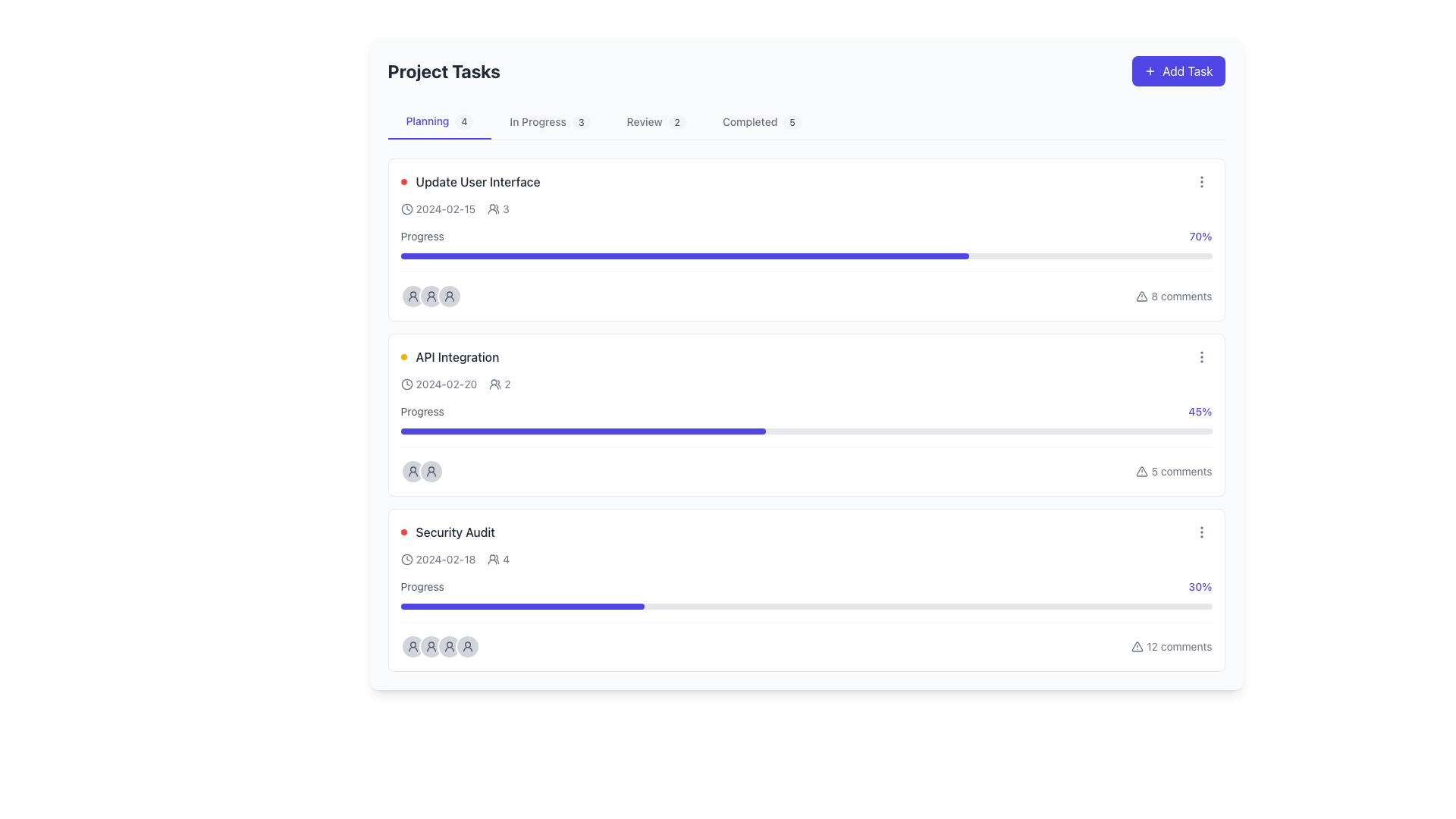 Image resolution: width=1456 pixels, height=819 pixels. I want to click on the first icon (Avatar Placeholder) located in the bottom-left of the user icons under the 'Security Audit' task, so click(413, 646).